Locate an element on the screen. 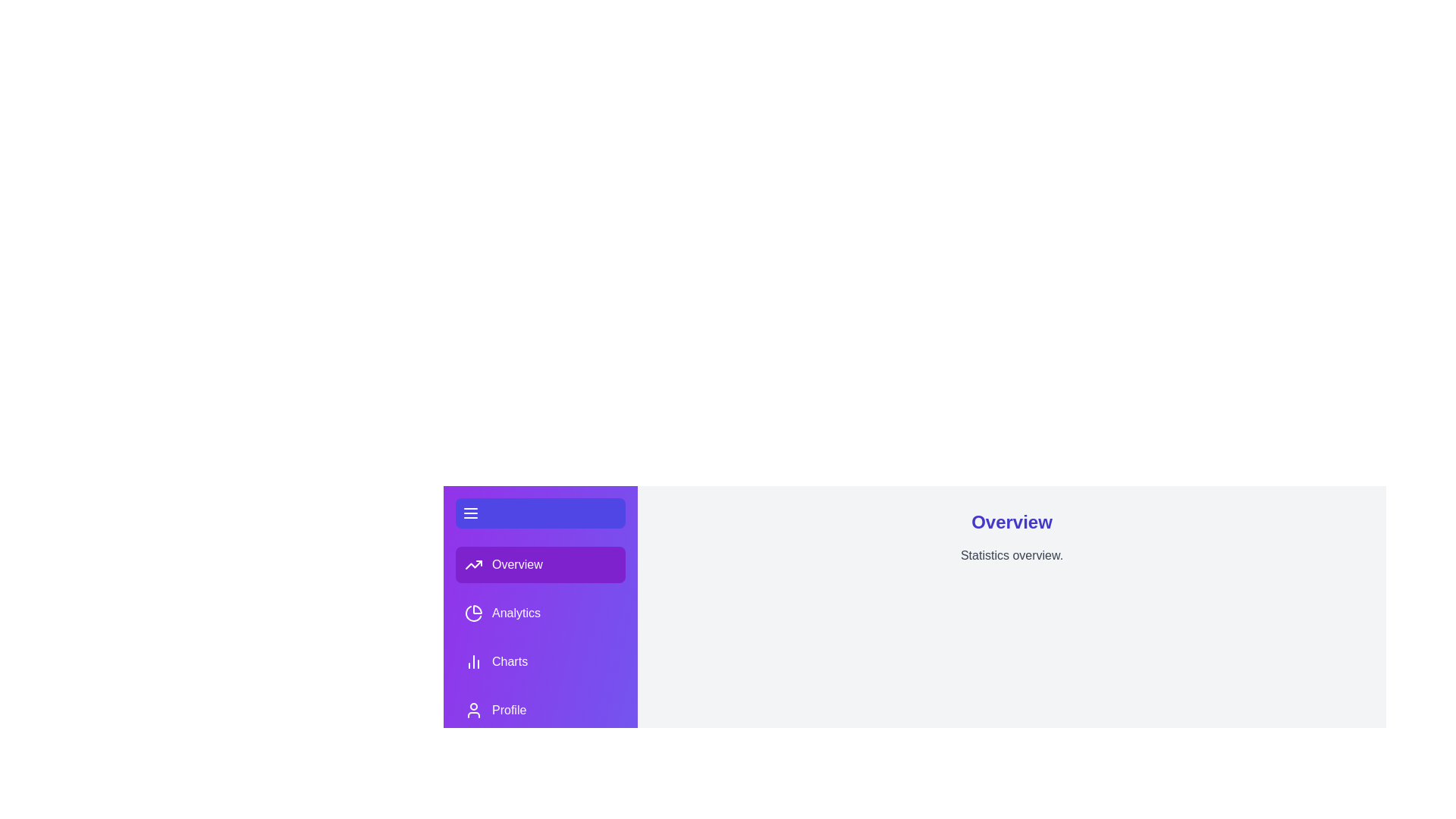  the Charts section from the navigation menu is located at coordinates (541, 661).